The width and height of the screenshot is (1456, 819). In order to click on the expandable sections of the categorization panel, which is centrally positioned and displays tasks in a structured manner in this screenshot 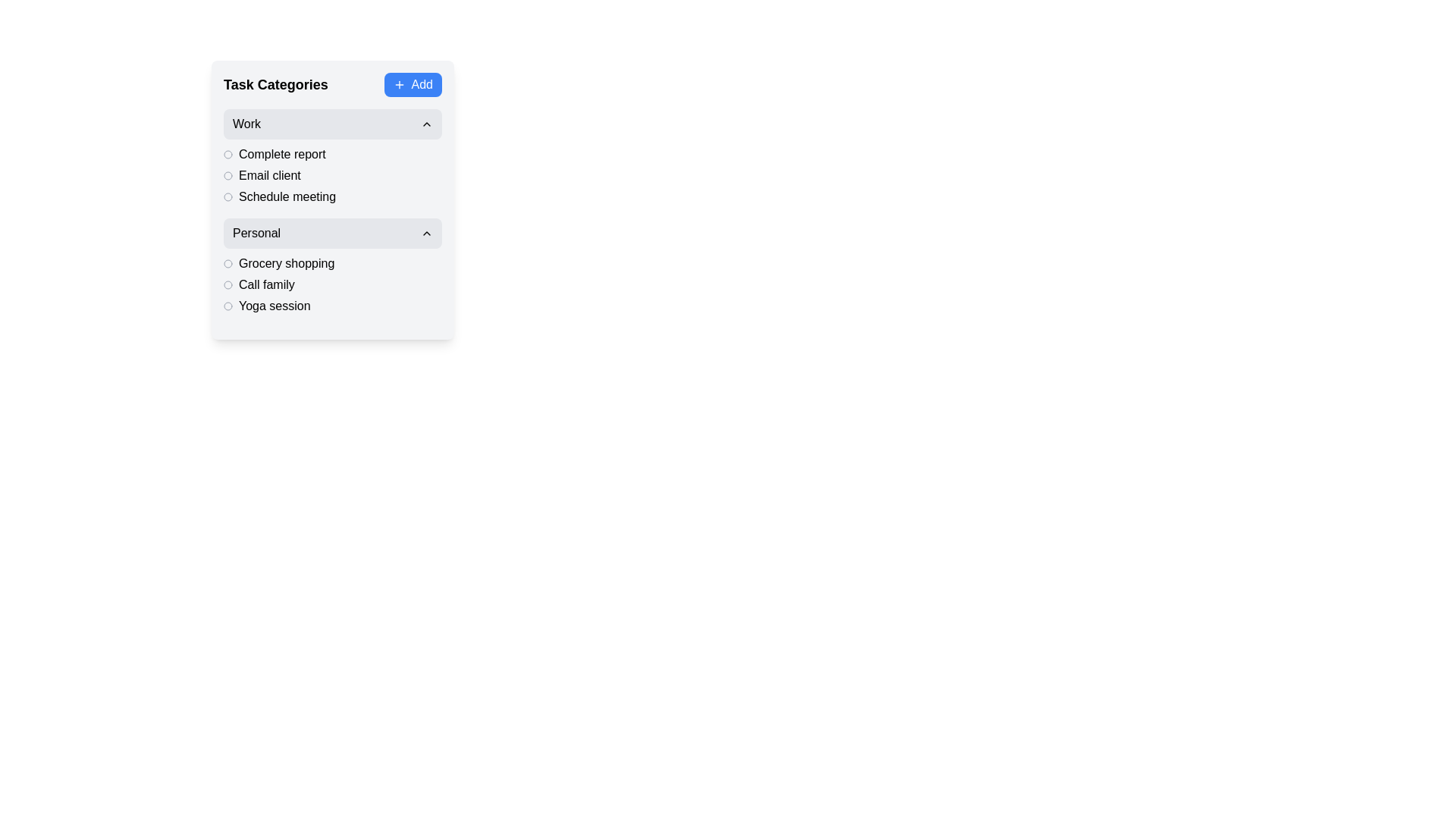, I will do `click(331, 199)`.